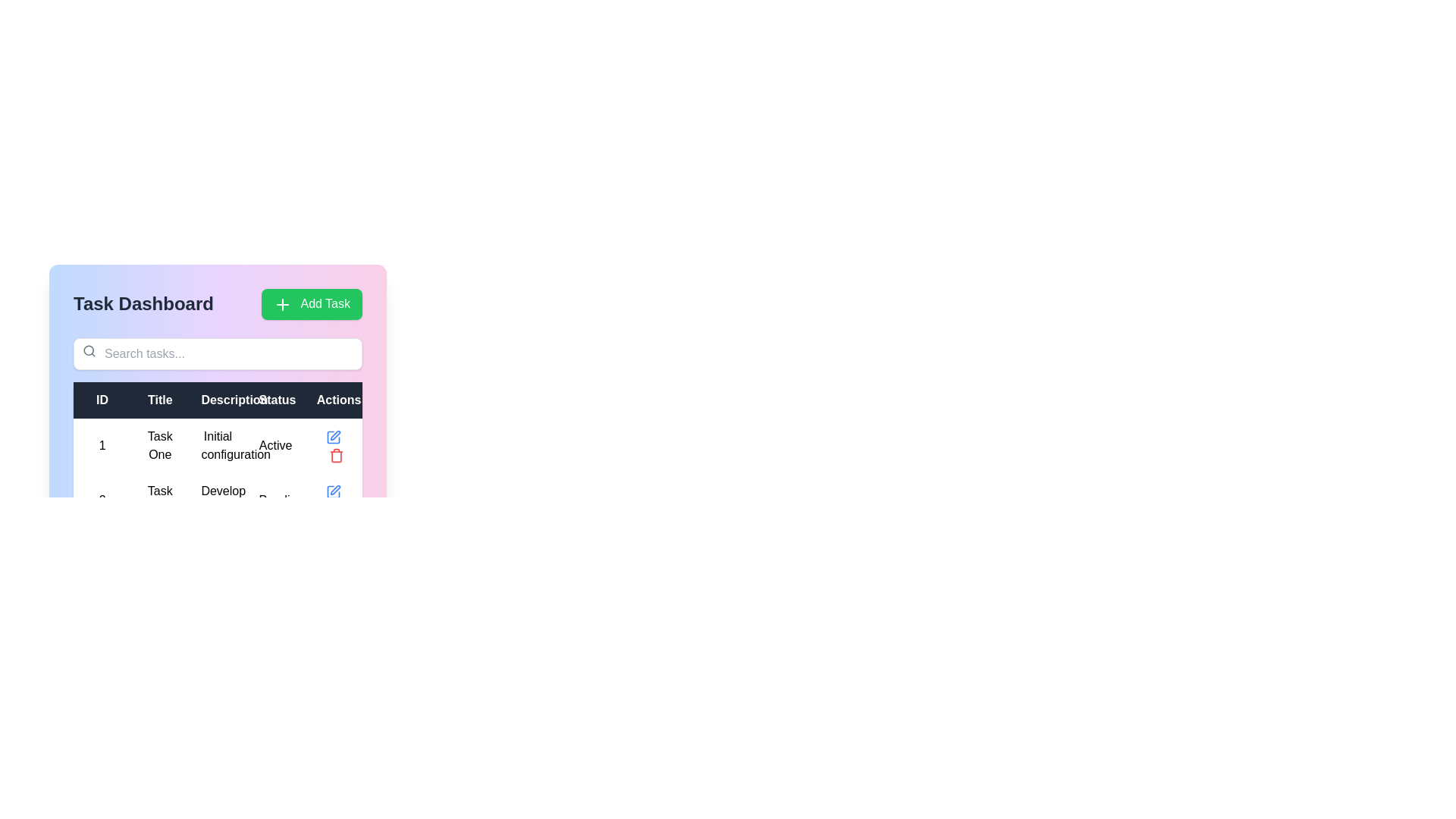  I want to click on the pencil icon/button with a blue outline located in the 'Actions' column of the task table, to the right of the row corresponding to 'Task One', so click(332, 437).